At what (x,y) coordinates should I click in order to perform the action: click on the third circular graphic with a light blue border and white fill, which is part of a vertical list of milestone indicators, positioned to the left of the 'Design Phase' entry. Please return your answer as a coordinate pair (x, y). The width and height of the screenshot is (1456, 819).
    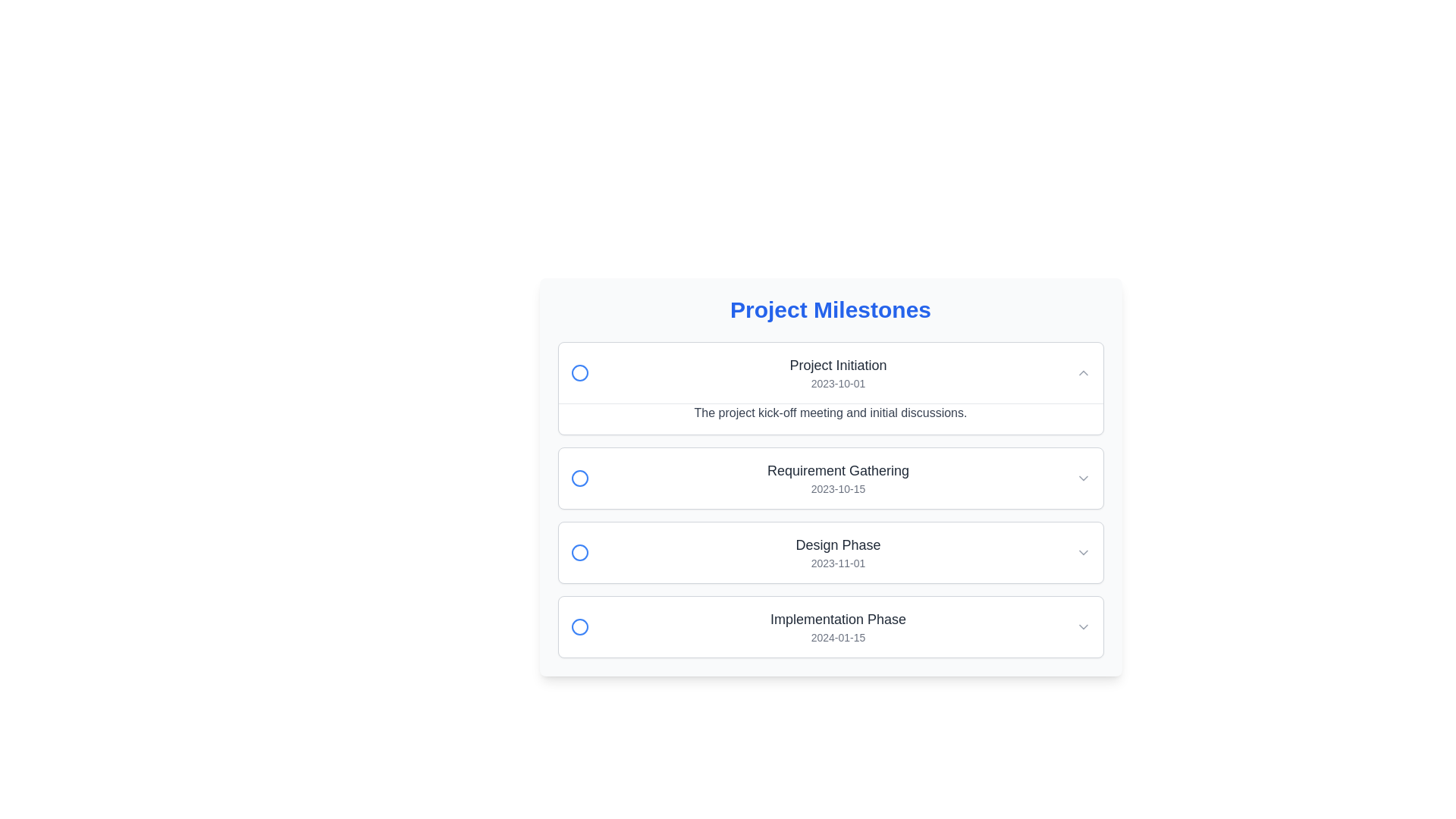
    Looking at the image, I should click on (579, 553).